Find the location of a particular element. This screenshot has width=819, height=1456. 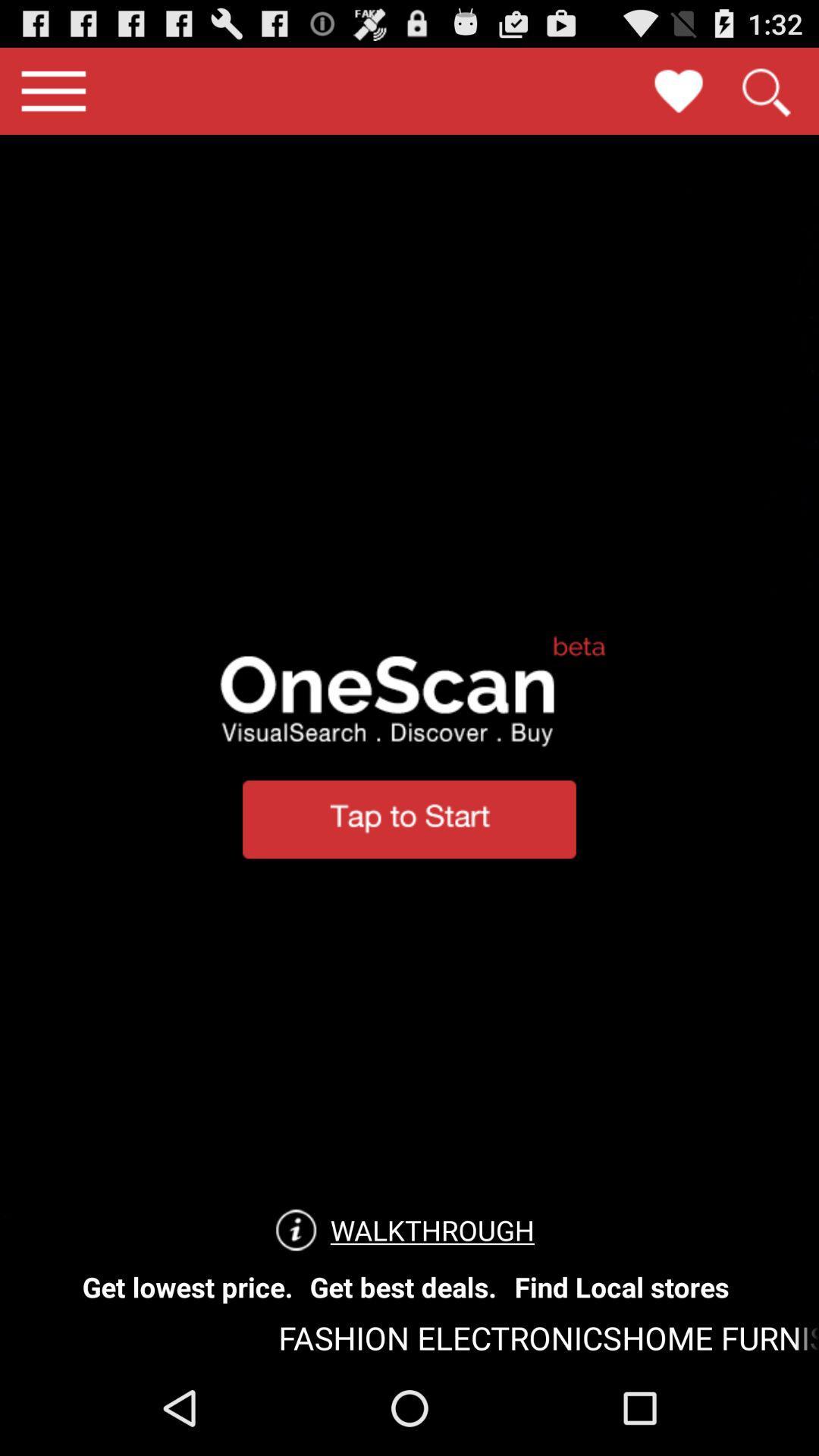

the search icon is located at coordinates (765, 96).